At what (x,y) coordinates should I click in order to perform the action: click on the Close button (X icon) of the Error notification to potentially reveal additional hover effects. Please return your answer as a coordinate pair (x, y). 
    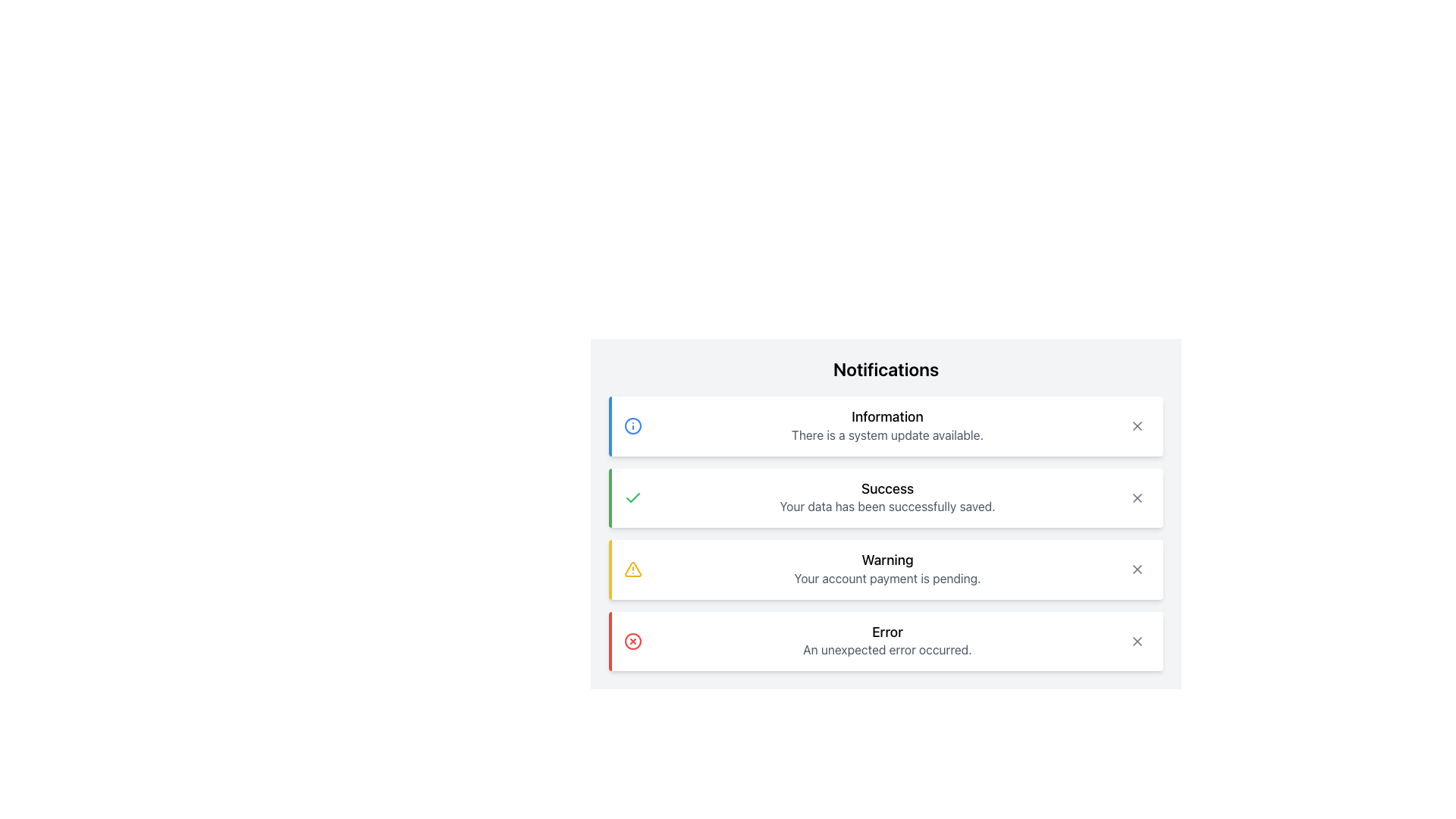
    Looking at the image, I should click on (1137, 640).